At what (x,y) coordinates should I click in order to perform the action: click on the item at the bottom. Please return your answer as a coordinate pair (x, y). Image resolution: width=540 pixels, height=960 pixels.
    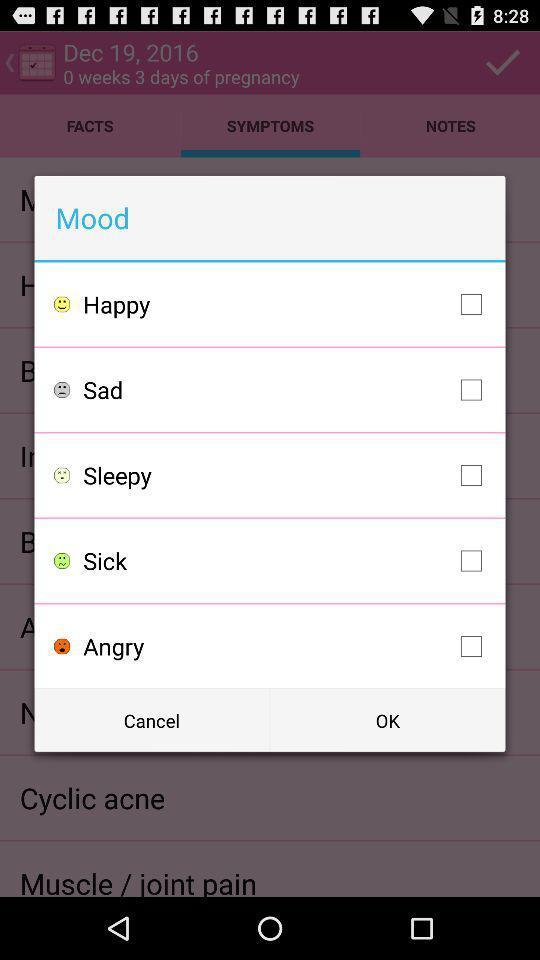
    Looking at the image, I should click on (286, 645).